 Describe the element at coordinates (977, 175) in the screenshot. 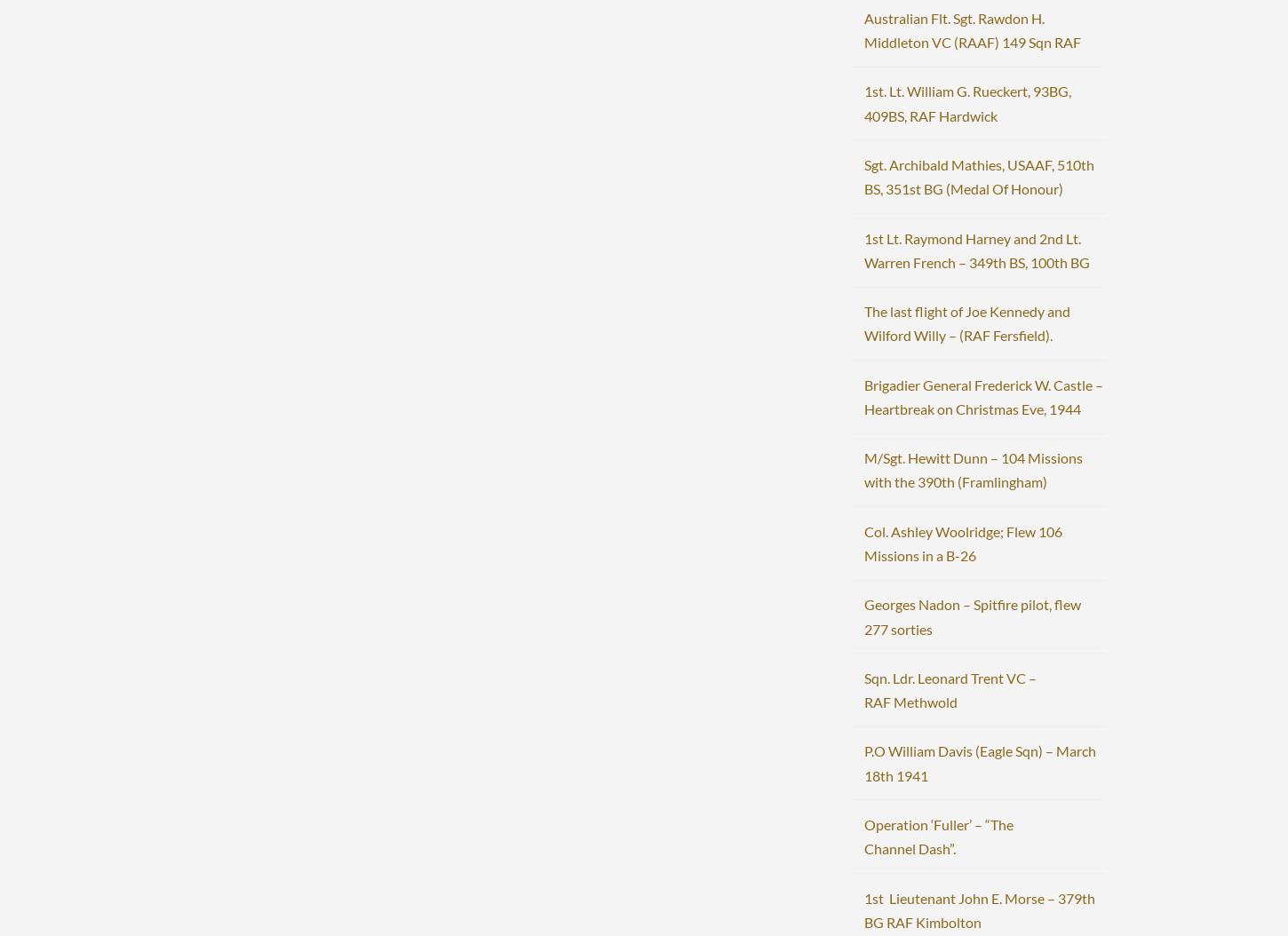

I see `'Sgt. Archibald Mathies, USAAF, 510th BS, 351st BG (Medal Of Honour)'` at that location.